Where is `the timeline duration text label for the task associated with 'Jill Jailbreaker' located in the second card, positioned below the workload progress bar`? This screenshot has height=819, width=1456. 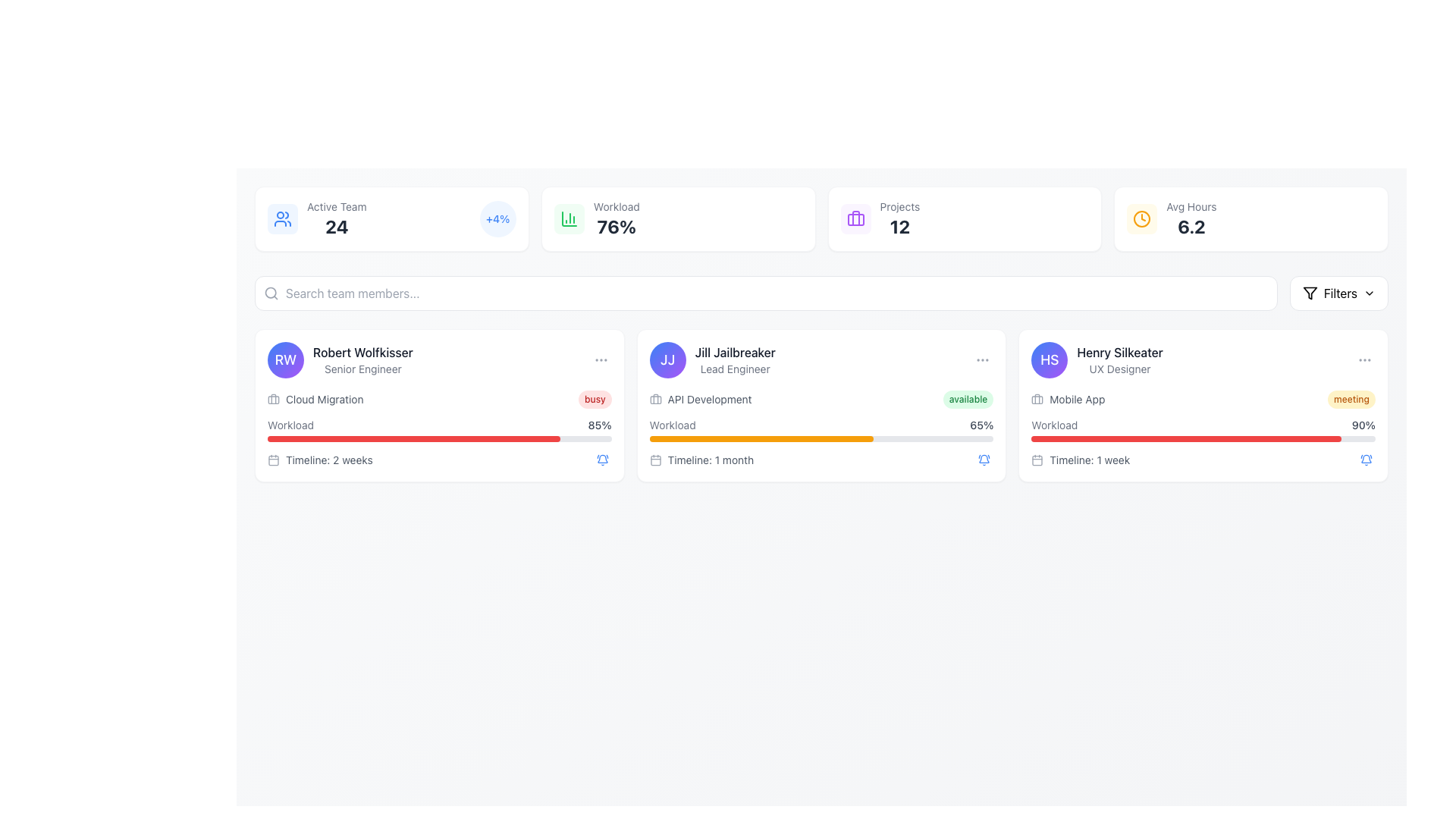 the timeline duration text label for the task associated with 'Jill Jailbreaker' located in the second card, positioned below the workload progress bar is located at coordinates (701, 459).